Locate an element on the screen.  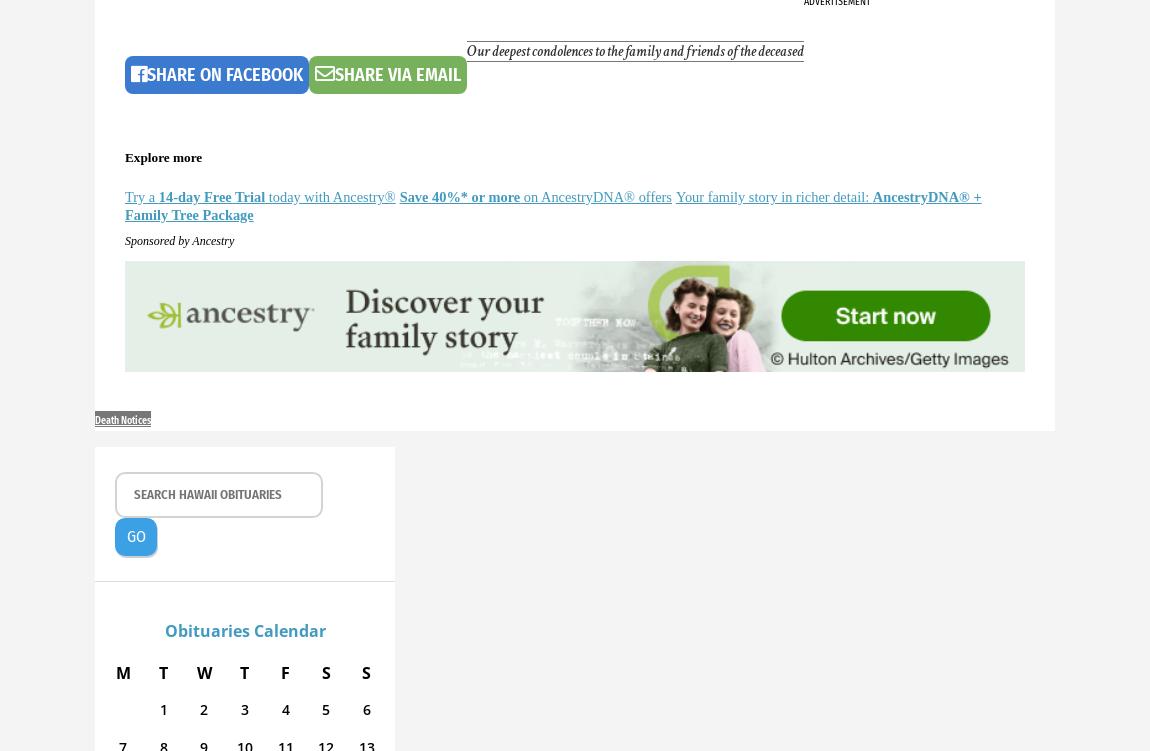
'AncestryDNA® + Family Tree Package' is located at coordinates (553, 205).